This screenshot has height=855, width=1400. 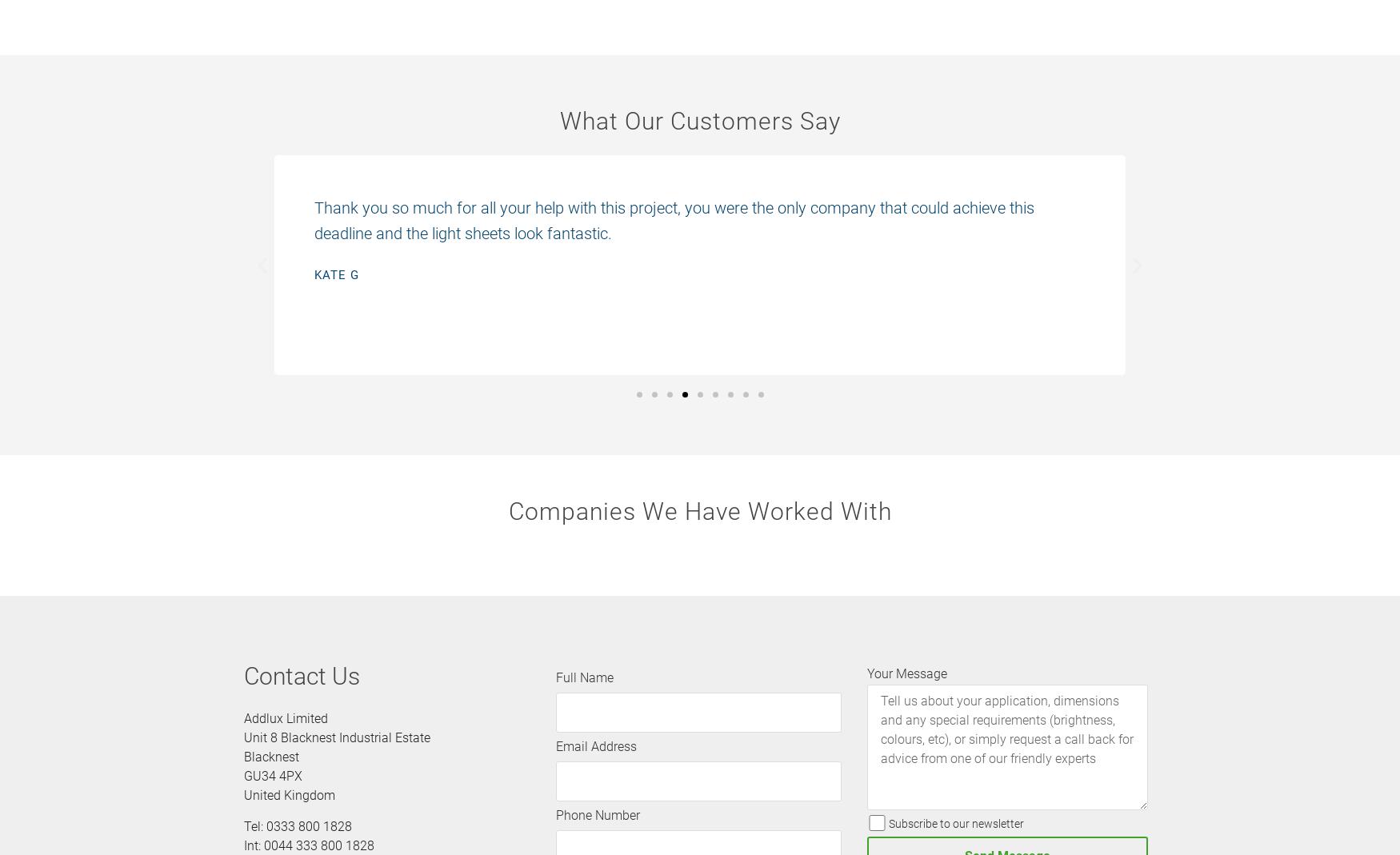 What do you see at coordinates (905, 673) in the screenshot?
I see `'Your Message'` at bounding box center [905, 673].